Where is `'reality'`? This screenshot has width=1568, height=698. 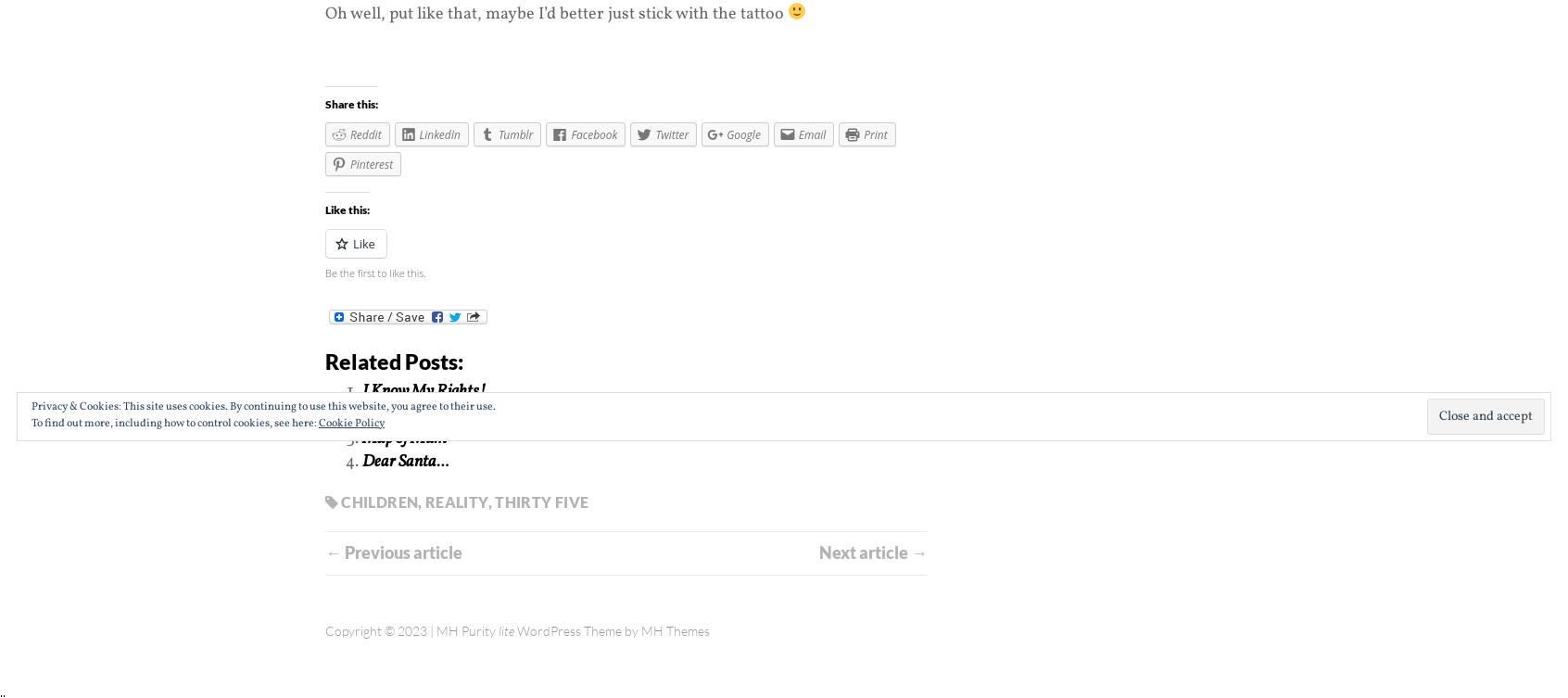 'reality' is located at coordinates (455, 501).